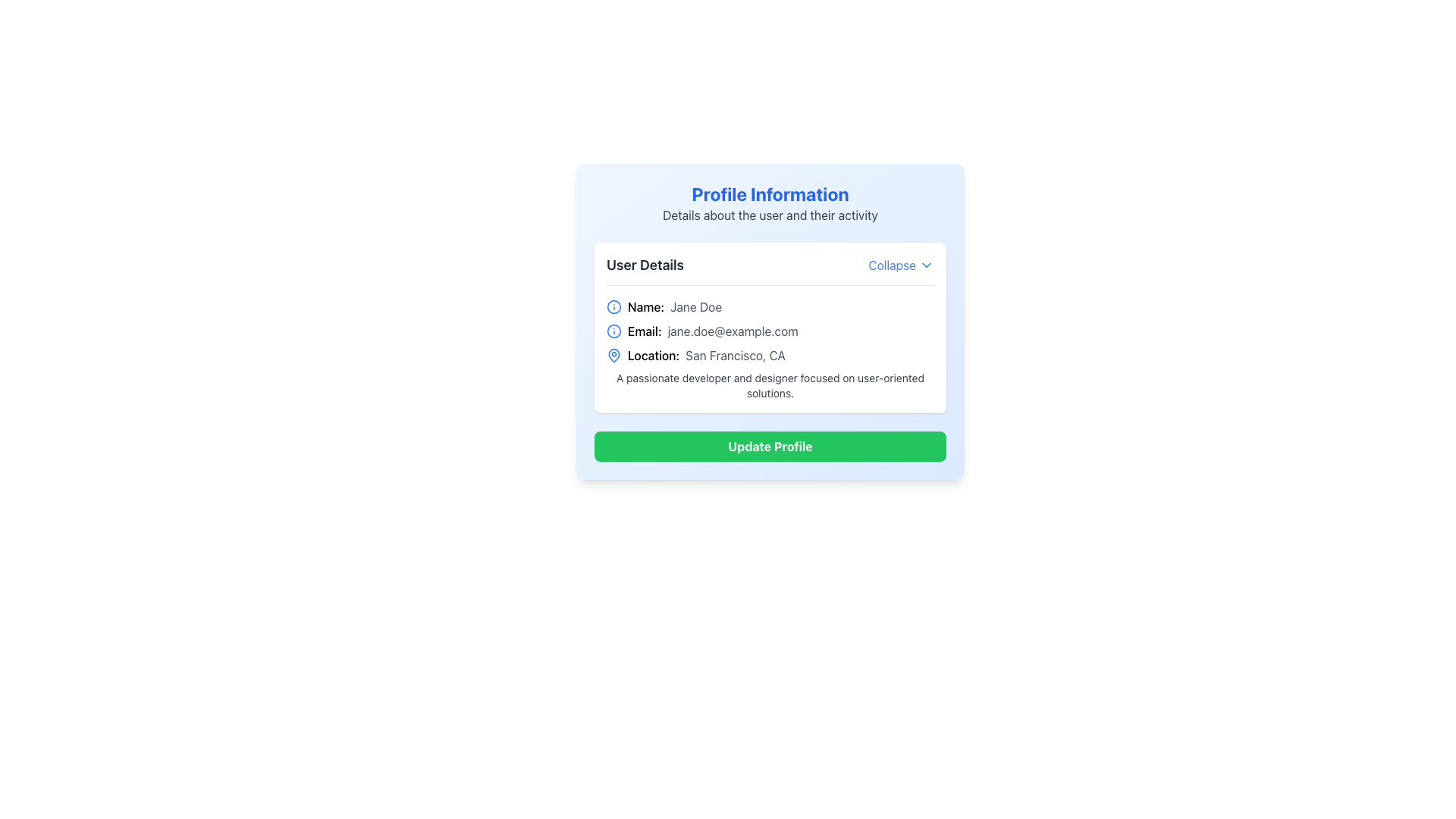 Image resolution: width=1456 pixels, height=819 pixels. I want to click on the 'Location: San Francisco, CA' text label with icon, which is the third element in the User Details section of the Profile Information card, so click(770, 356).